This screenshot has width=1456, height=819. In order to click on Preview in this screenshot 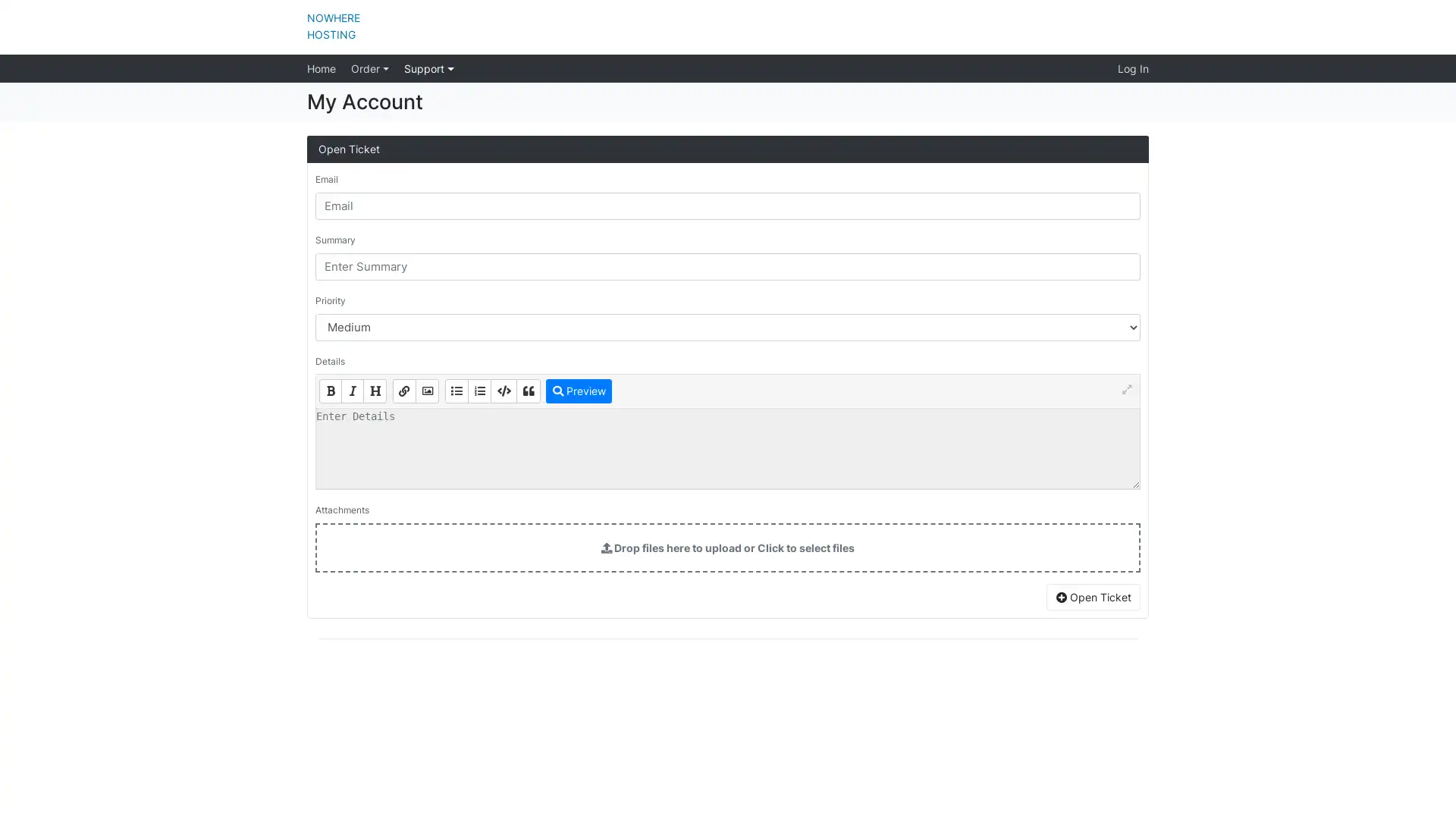, I will do `click(578, 390)`.